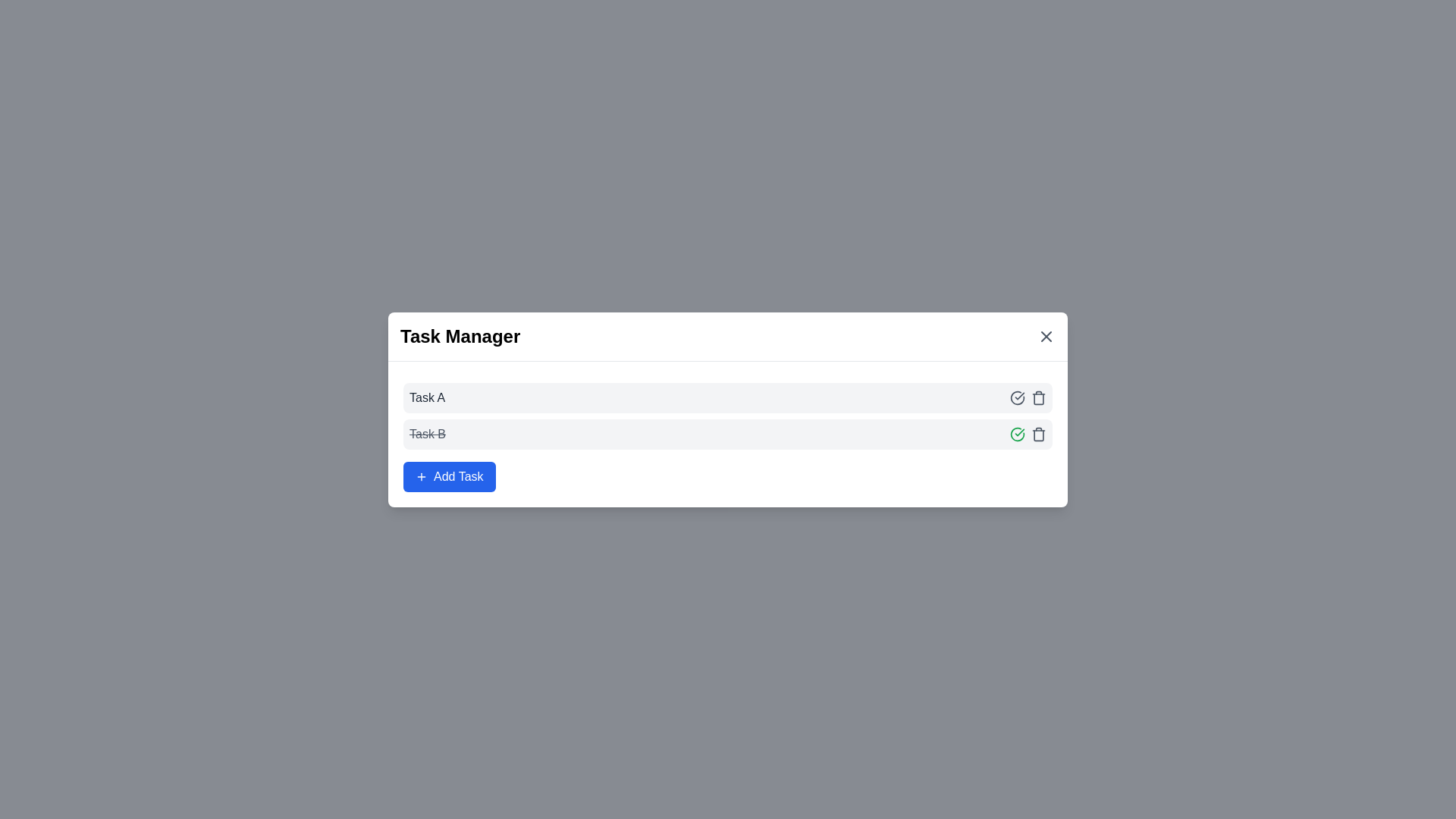 The width and height of the screenshot is (1456, 819). I want to click on the text element indicating a completed task in the task management interface, which is the second item in the vertical list directly below 'Task A', so click(427, 434).